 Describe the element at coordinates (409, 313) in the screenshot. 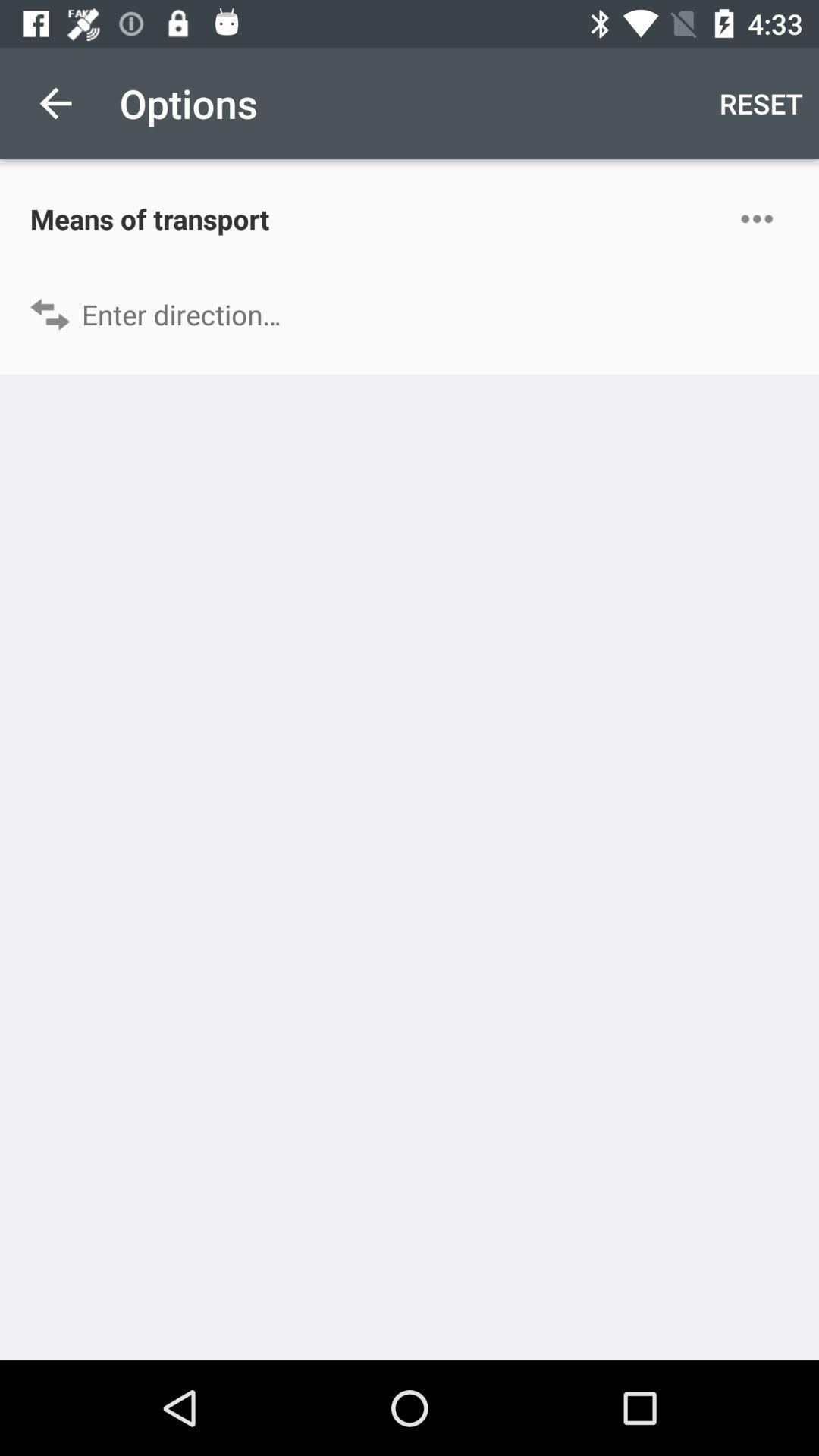

I see `direction` at that location.